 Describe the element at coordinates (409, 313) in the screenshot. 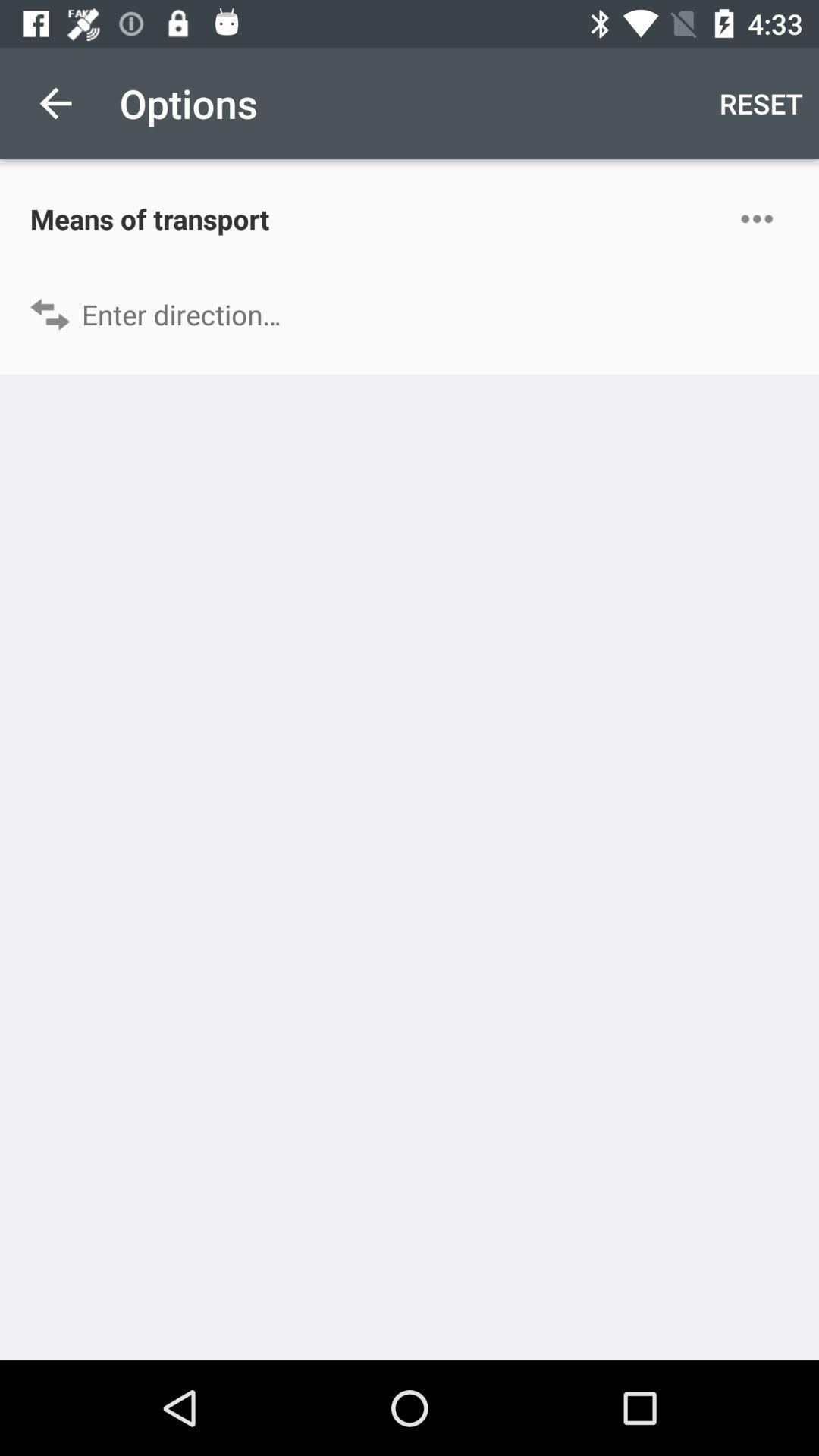

I see `direction` at that location.